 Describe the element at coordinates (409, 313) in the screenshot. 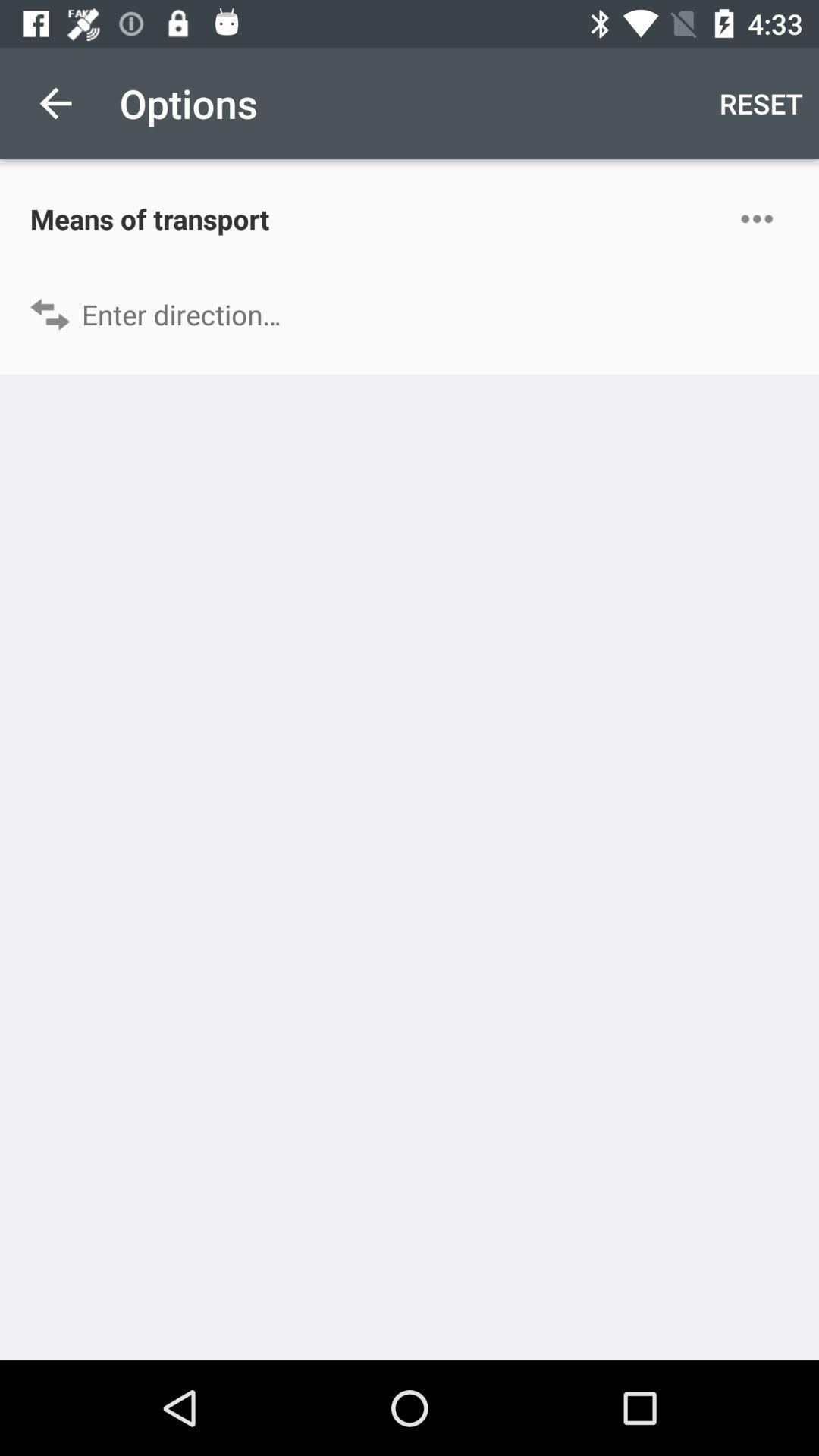

I see `direction` at that location.